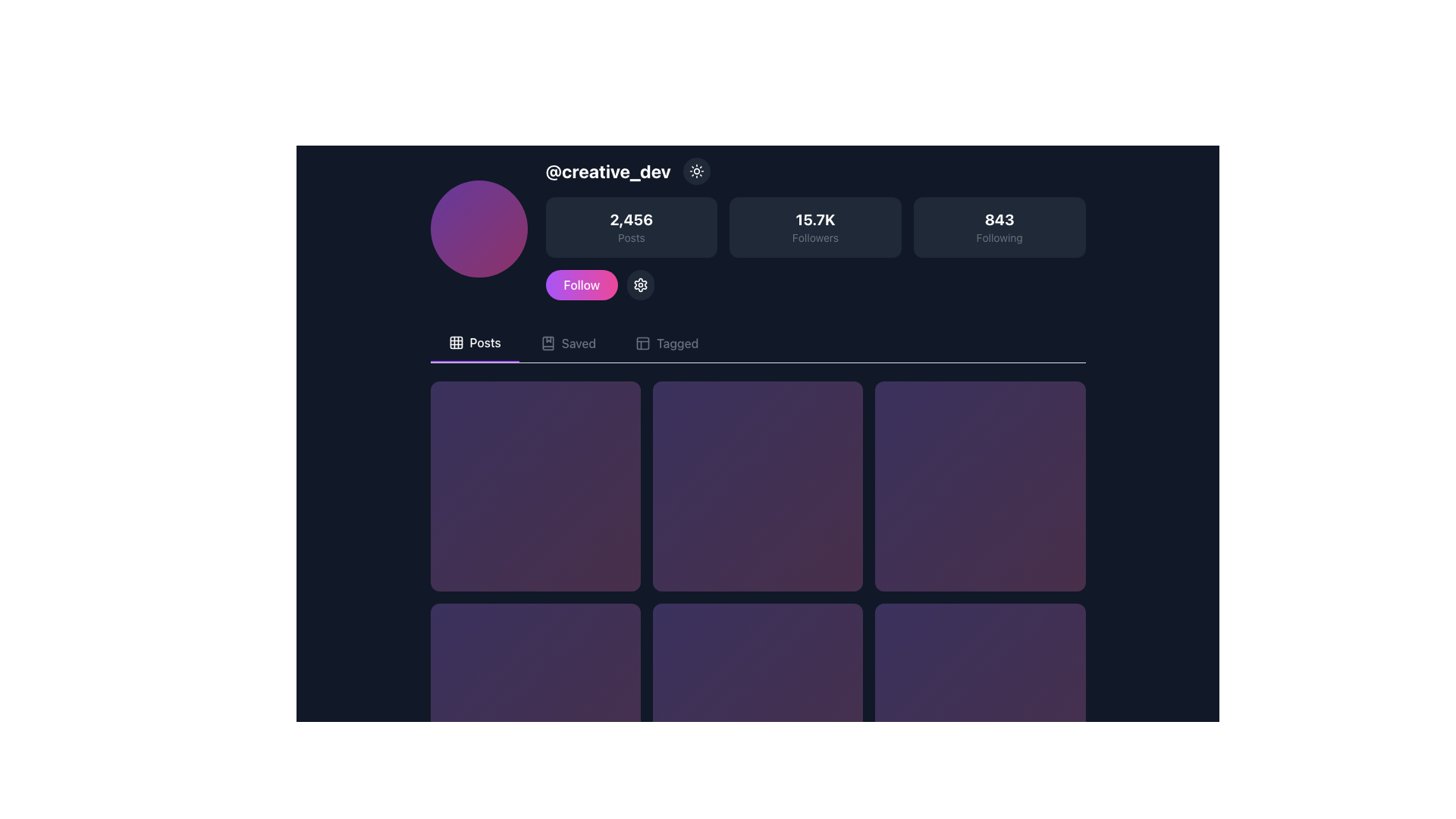  Describe the element at coordinates (641, 284) in the screenshot. I see `the settings icon located inside a circular button adjacent to the 'Follow' button and beneath the username label '@creative_dev'` at that location.